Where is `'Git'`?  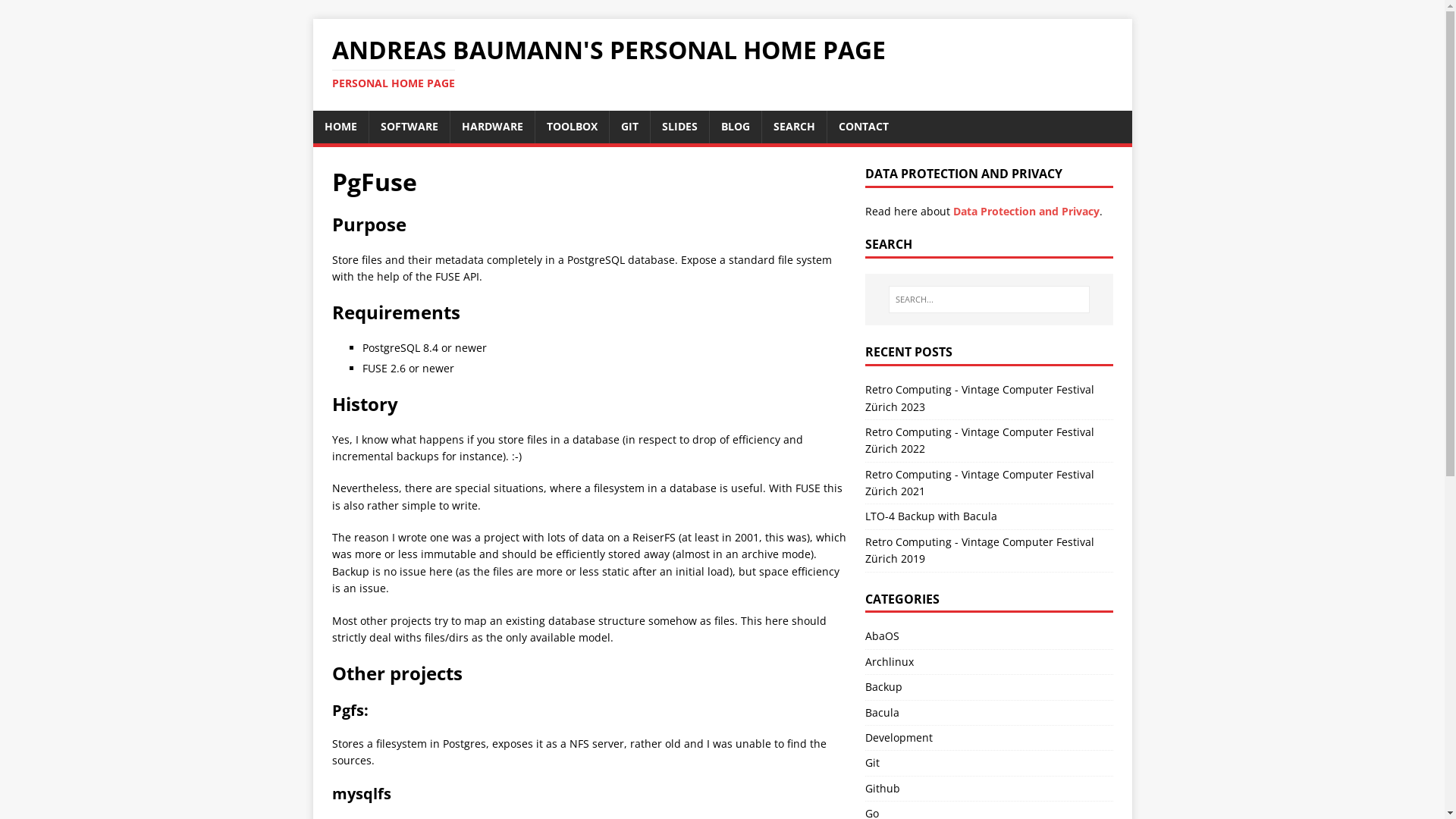 'Git' is located at coordinates (865, 762).